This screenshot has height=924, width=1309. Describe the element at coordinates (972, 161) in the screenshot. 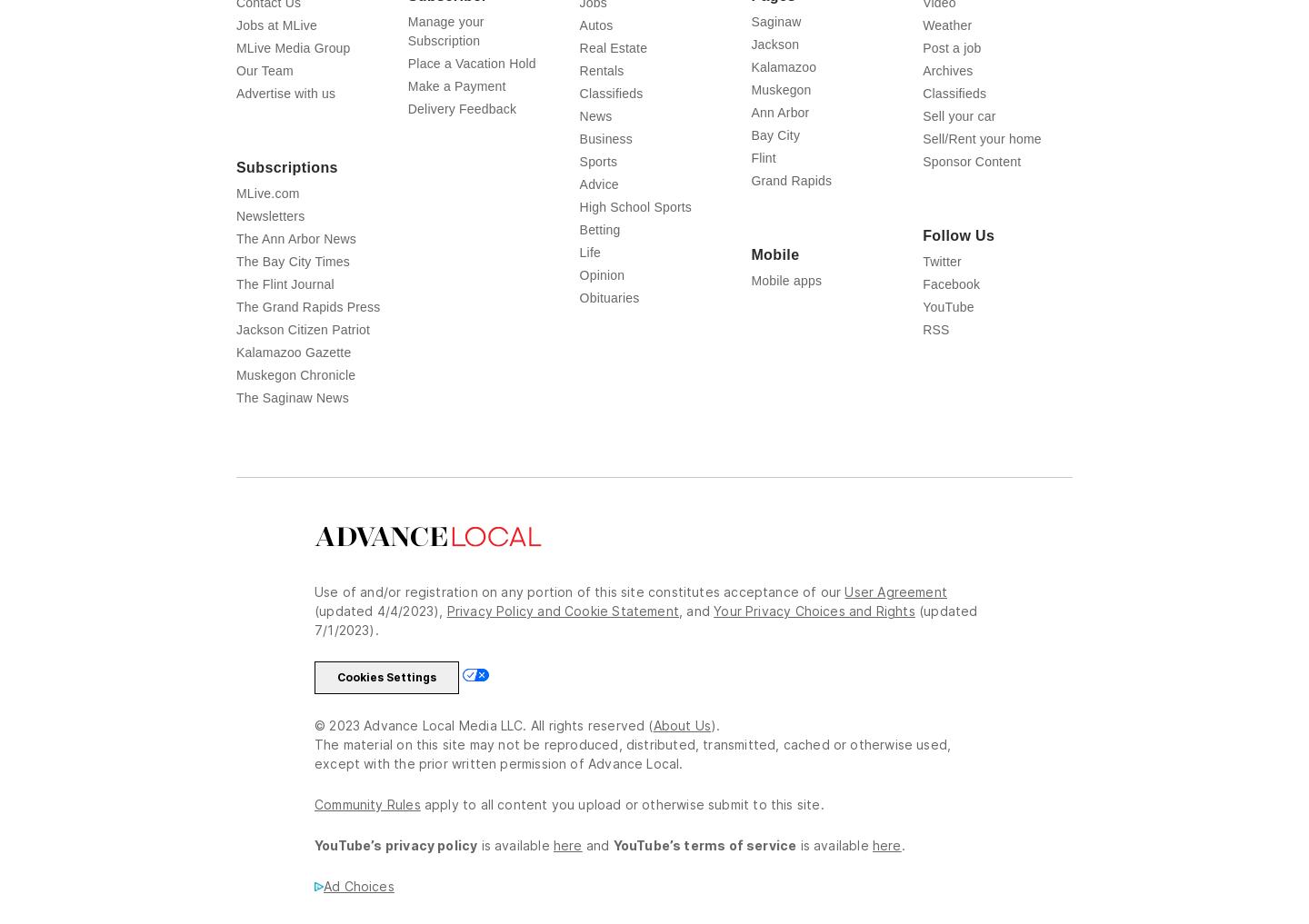

I see `'Sponsor Content'` at that location.